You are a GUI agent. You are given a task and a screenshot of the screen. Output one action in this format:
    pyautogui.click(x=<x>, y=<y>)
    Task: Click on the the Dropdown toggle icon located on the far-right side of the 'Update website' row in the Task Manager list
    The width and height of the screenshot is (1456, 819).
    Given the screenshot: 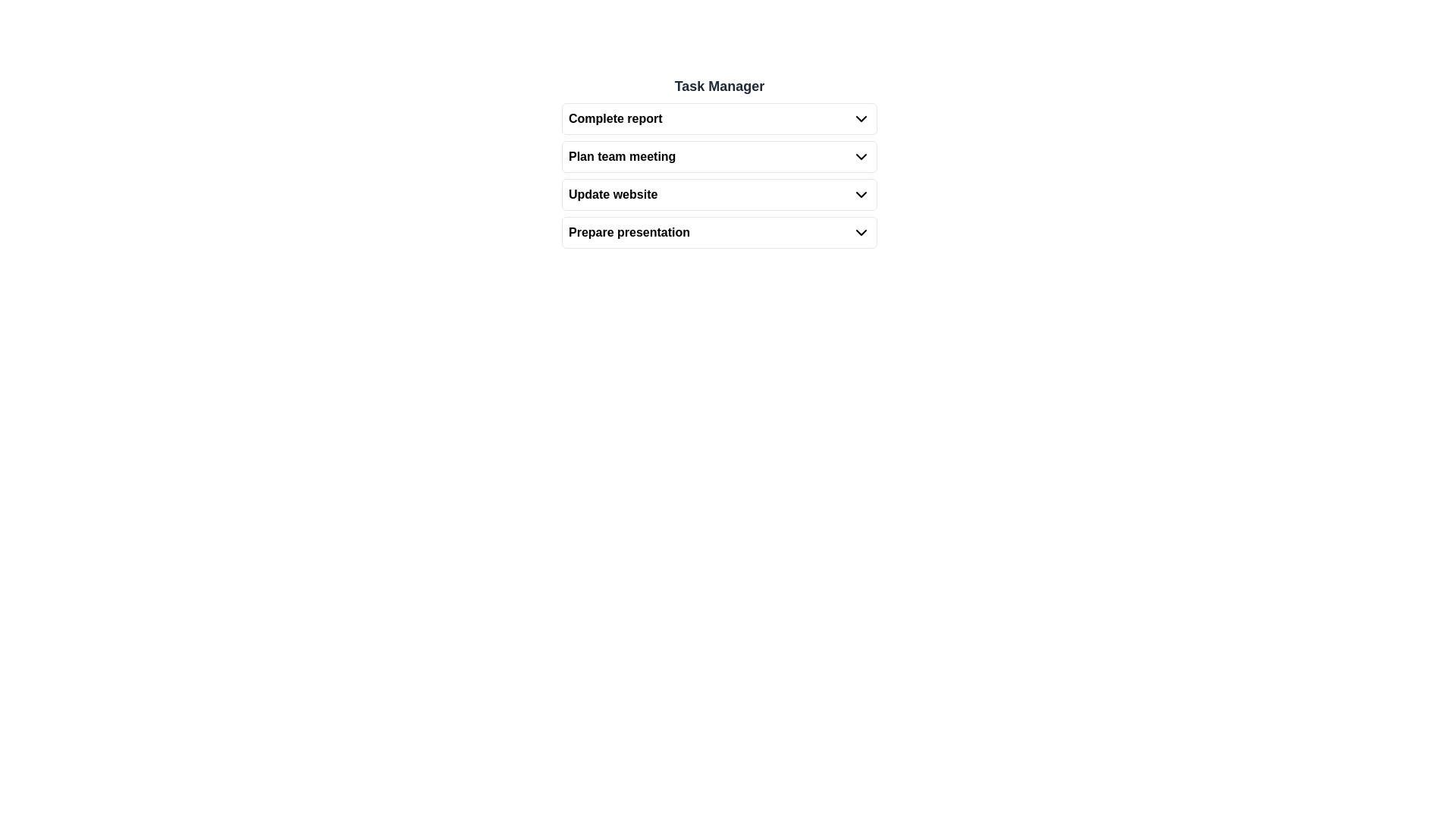 What is the action you would take?
    pyautogui.click(x=861, y=194)
    